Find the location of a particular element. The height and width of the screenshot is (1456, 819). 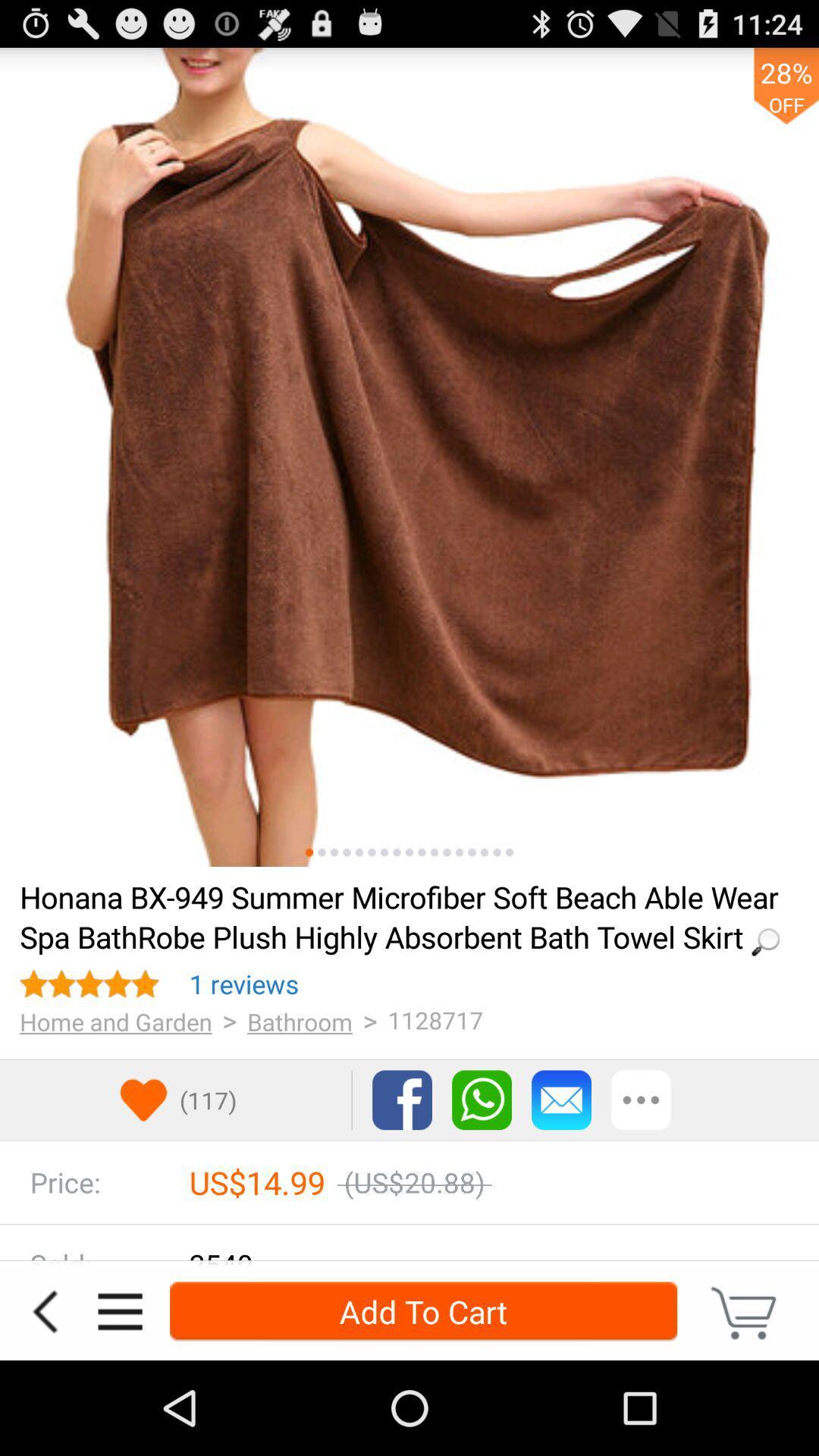

picture is located at coordinates (471, 852).